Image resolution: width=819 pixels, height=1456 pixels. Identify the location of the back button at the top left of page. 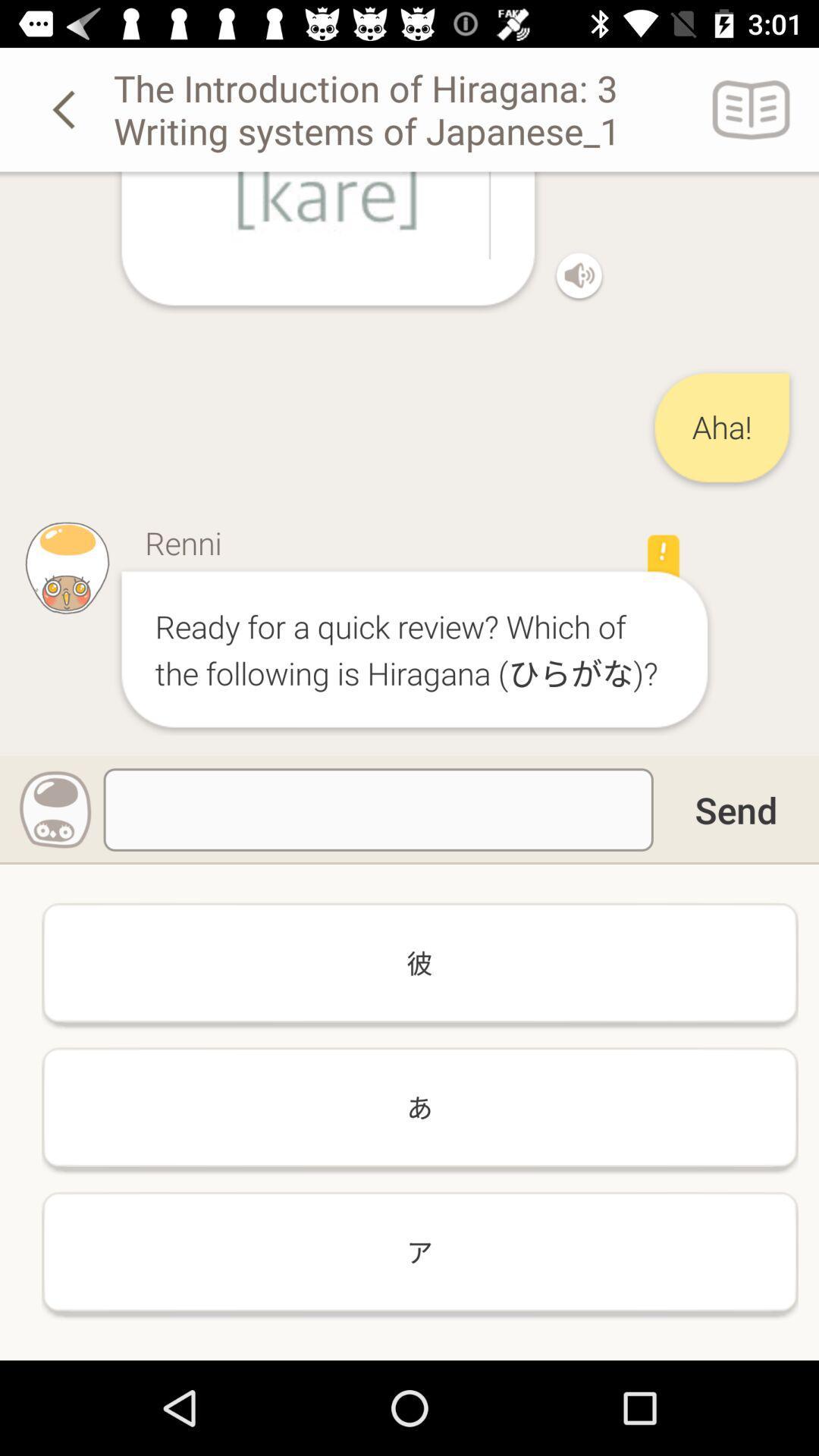
(66, 108).